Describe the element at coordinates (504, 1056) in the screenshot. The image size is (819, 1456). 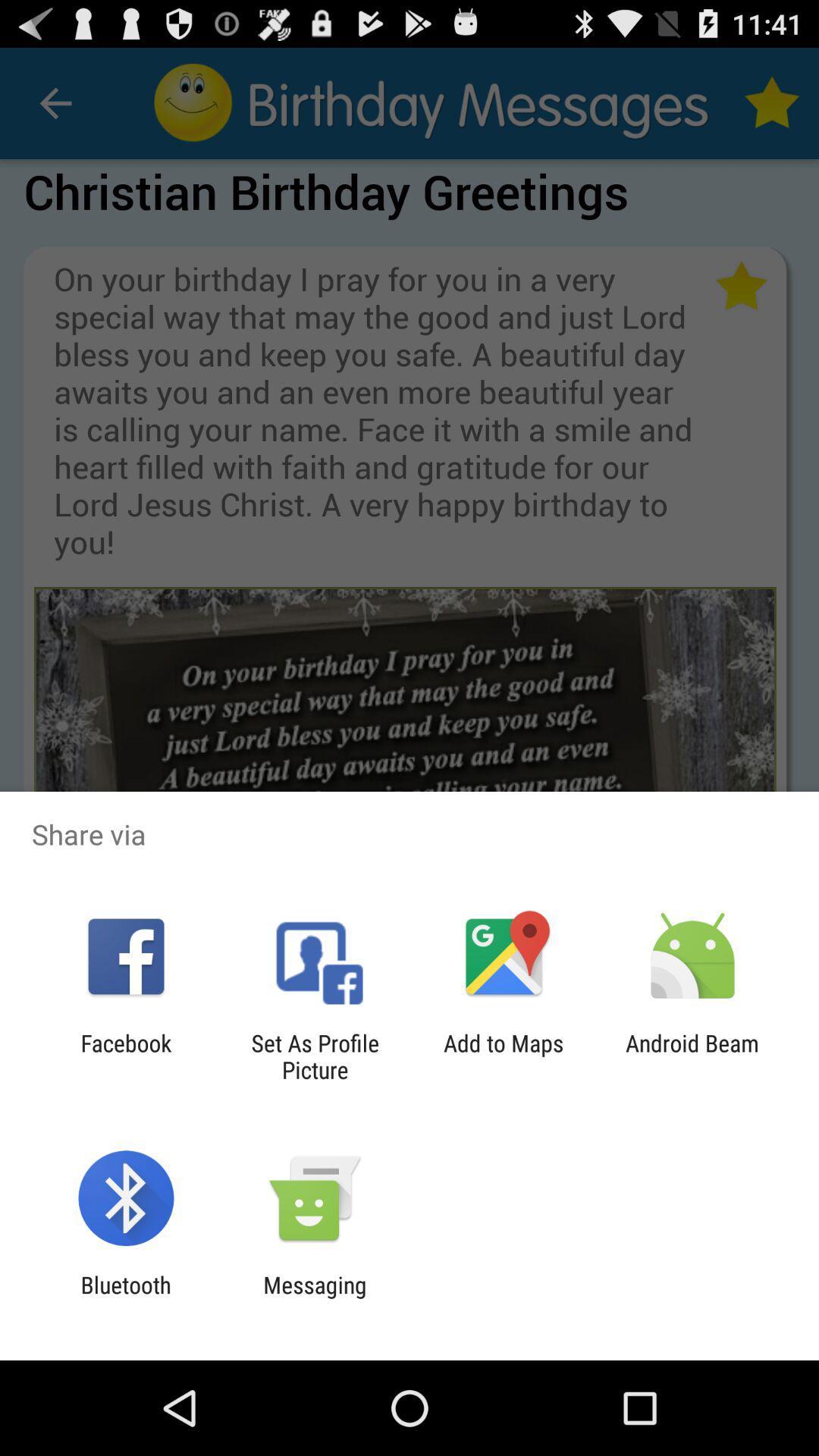
I see `the icon next to the android beam app` at that location.